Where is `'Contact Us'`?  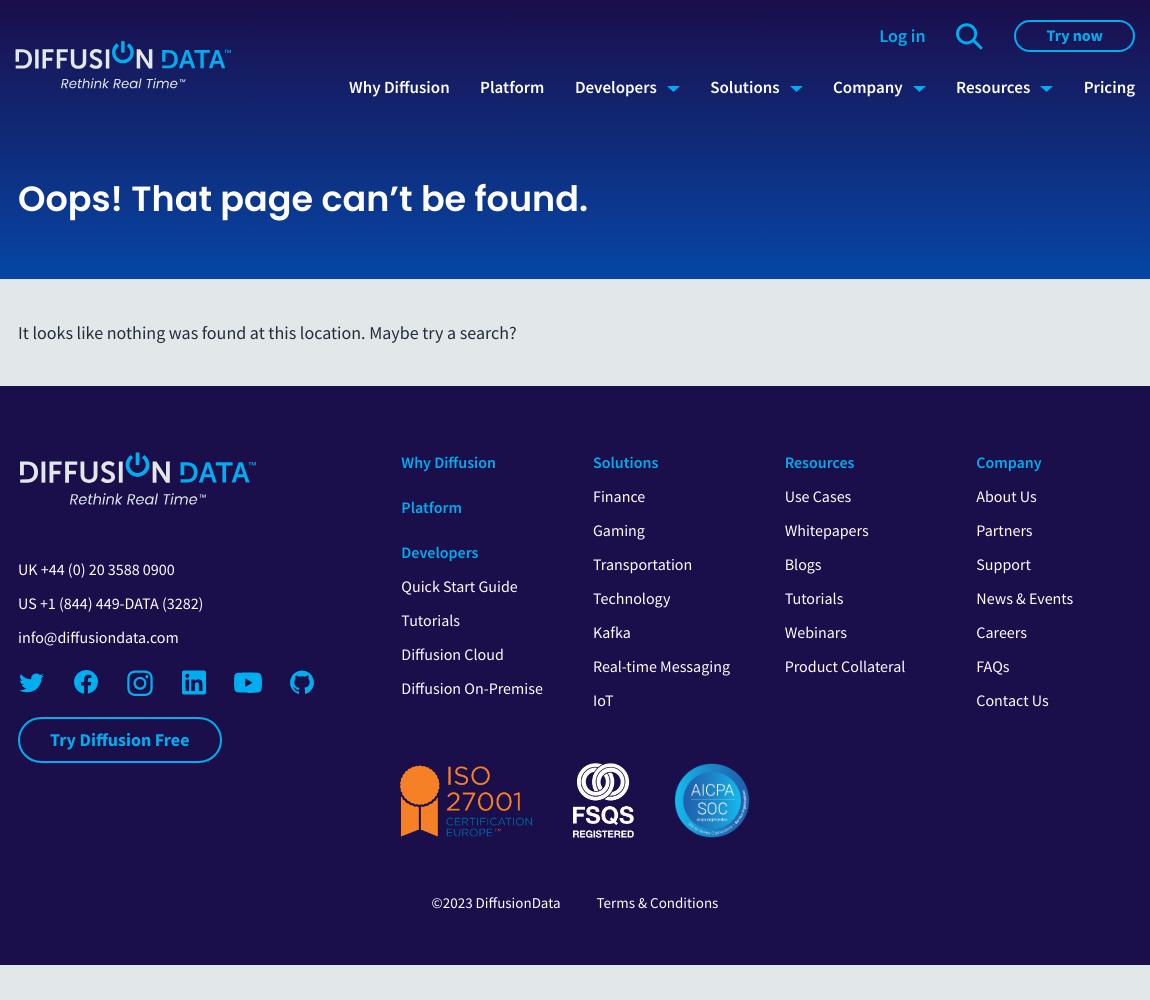 'Contact Us' is located at coordinates (1012, 700).